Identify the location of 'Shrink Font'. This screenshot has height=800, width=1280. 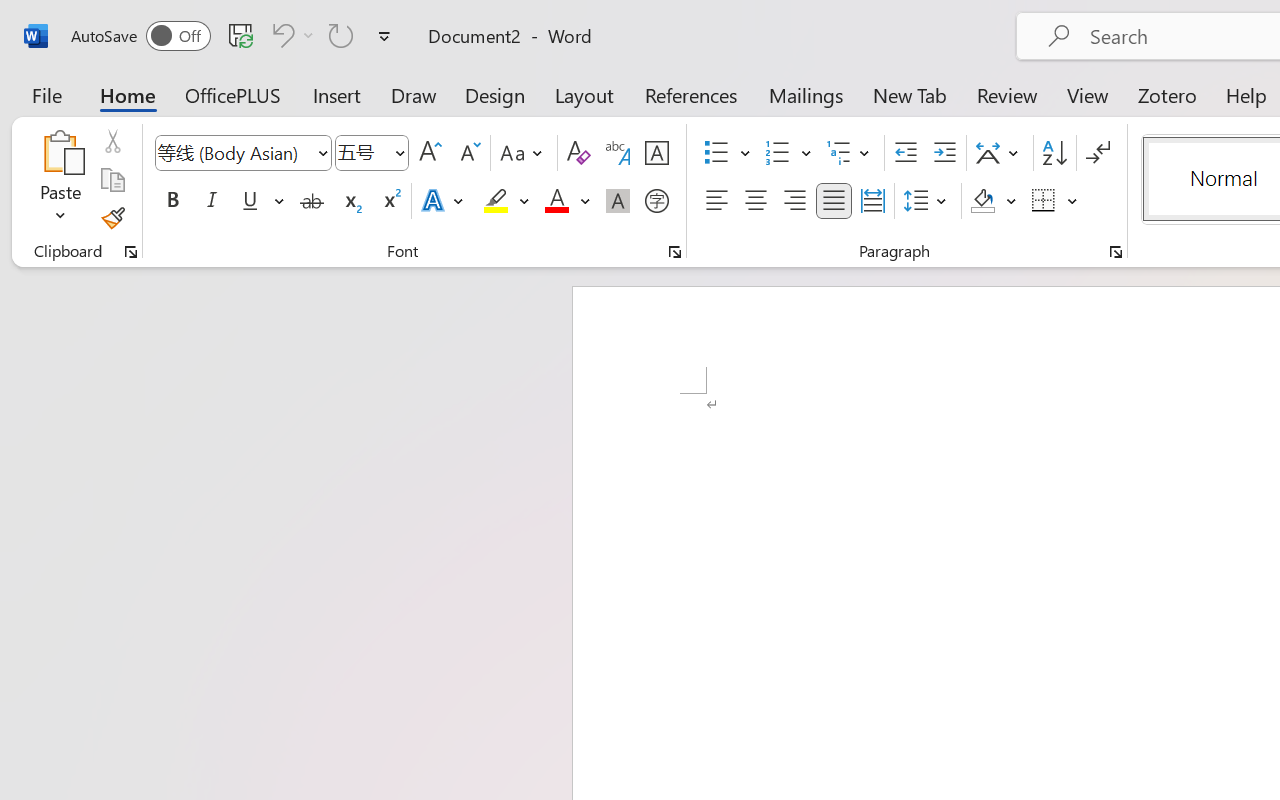
(467, 153).